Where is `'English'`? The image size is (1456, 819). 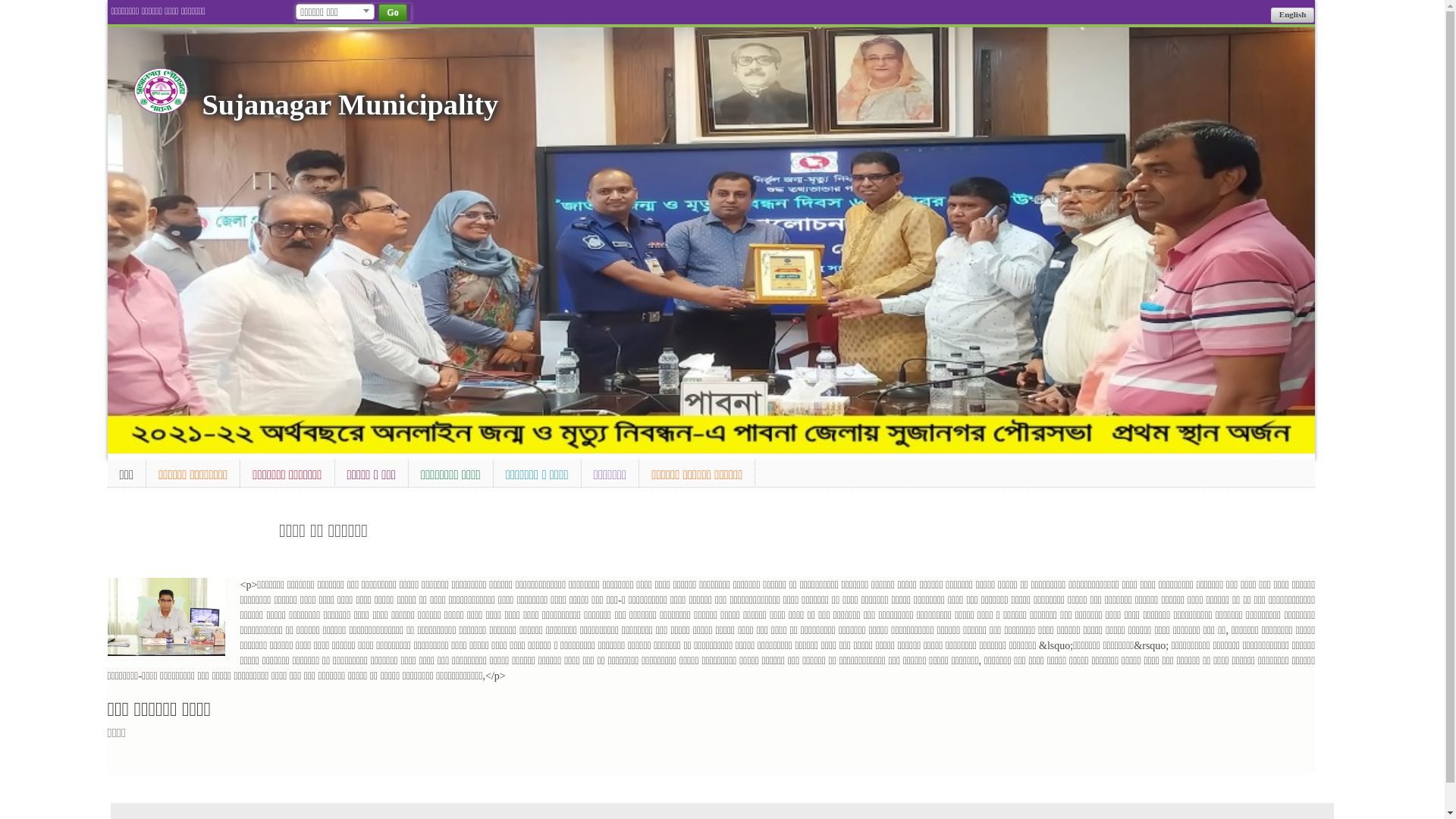 'English' is located at coordinates (1270, 14).